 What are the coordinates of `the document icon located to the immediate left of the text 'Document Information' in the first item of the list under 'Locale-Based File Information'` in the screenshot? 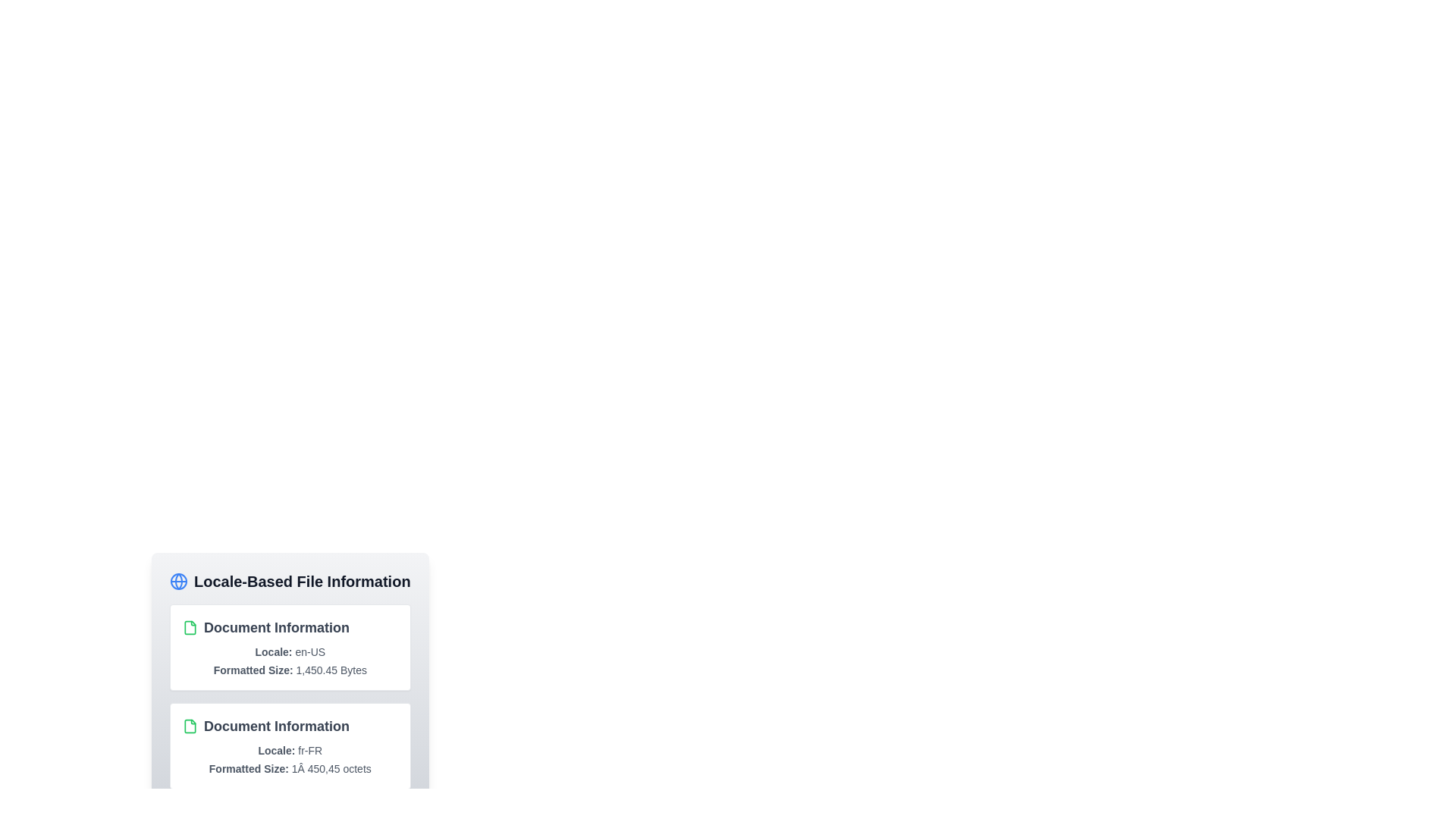 It's located at (189, 628).